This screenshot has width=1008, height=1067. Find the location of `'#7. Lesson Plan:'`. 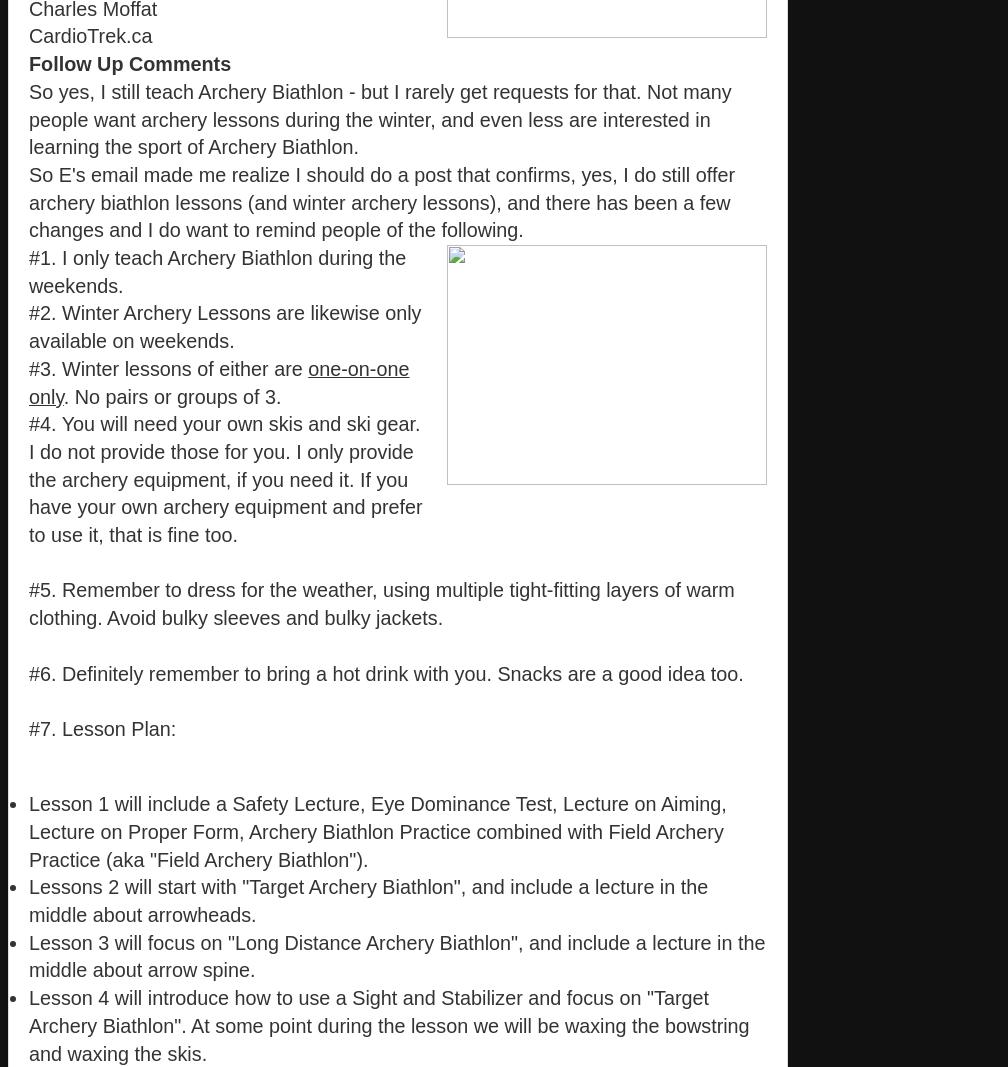

'#7. Lesson Plan:' is located at coordinates (102, 727).